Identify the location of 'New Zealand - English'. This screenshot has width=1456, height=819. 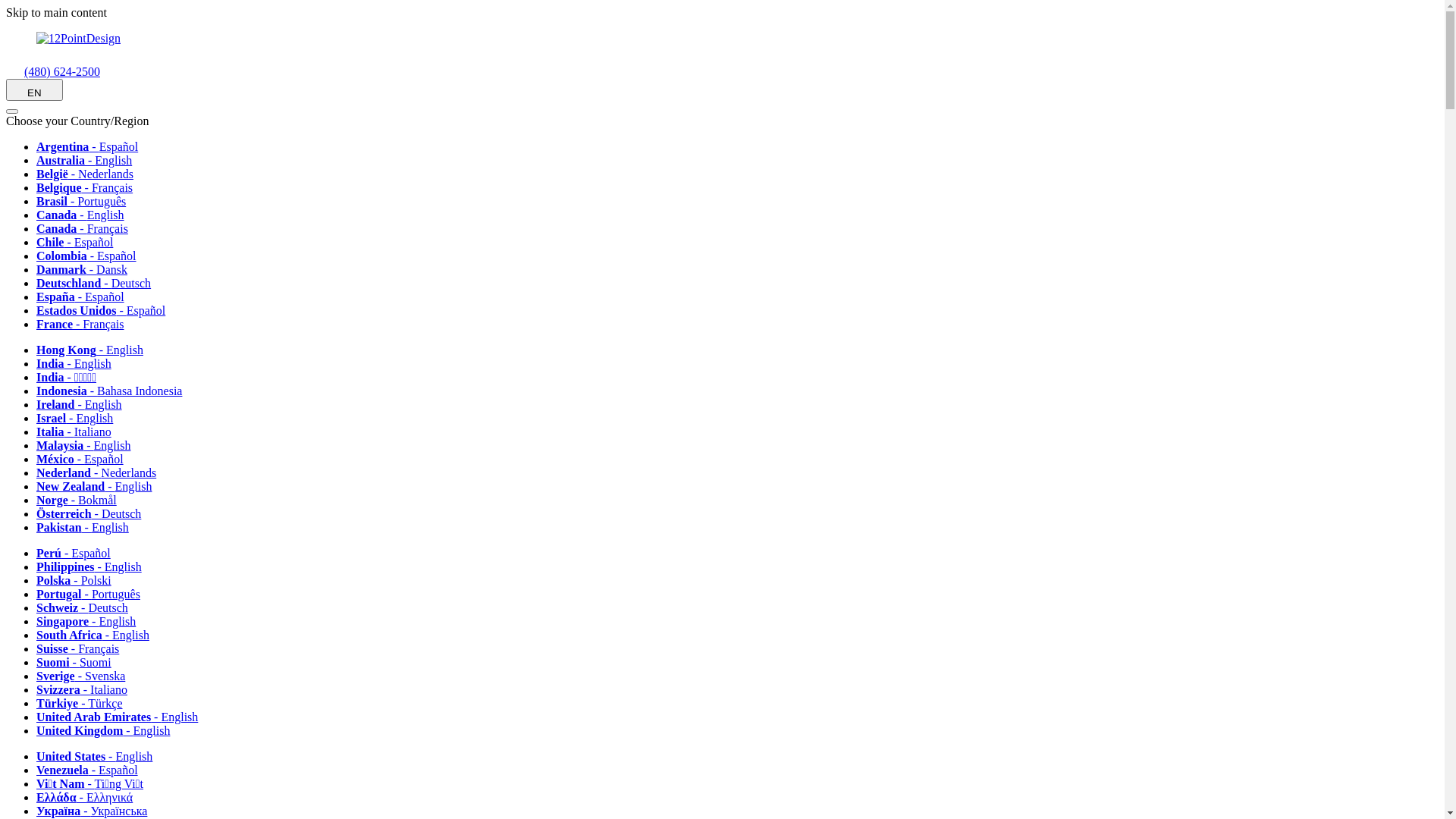
(98, 486).